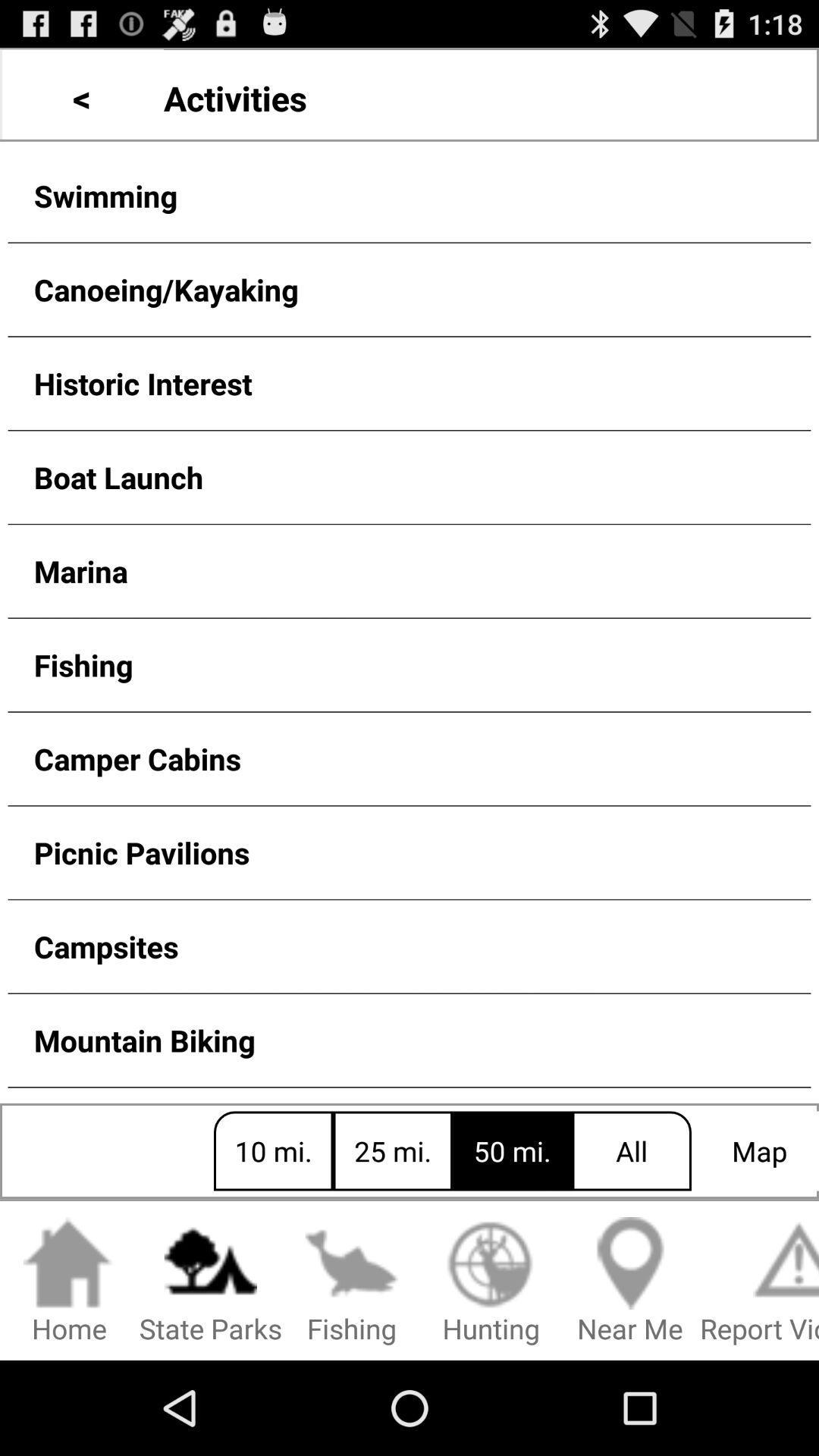 This screenshot has width=819, height=1456. I want to click on icon to the right of the hunting, so click(630, 1281).